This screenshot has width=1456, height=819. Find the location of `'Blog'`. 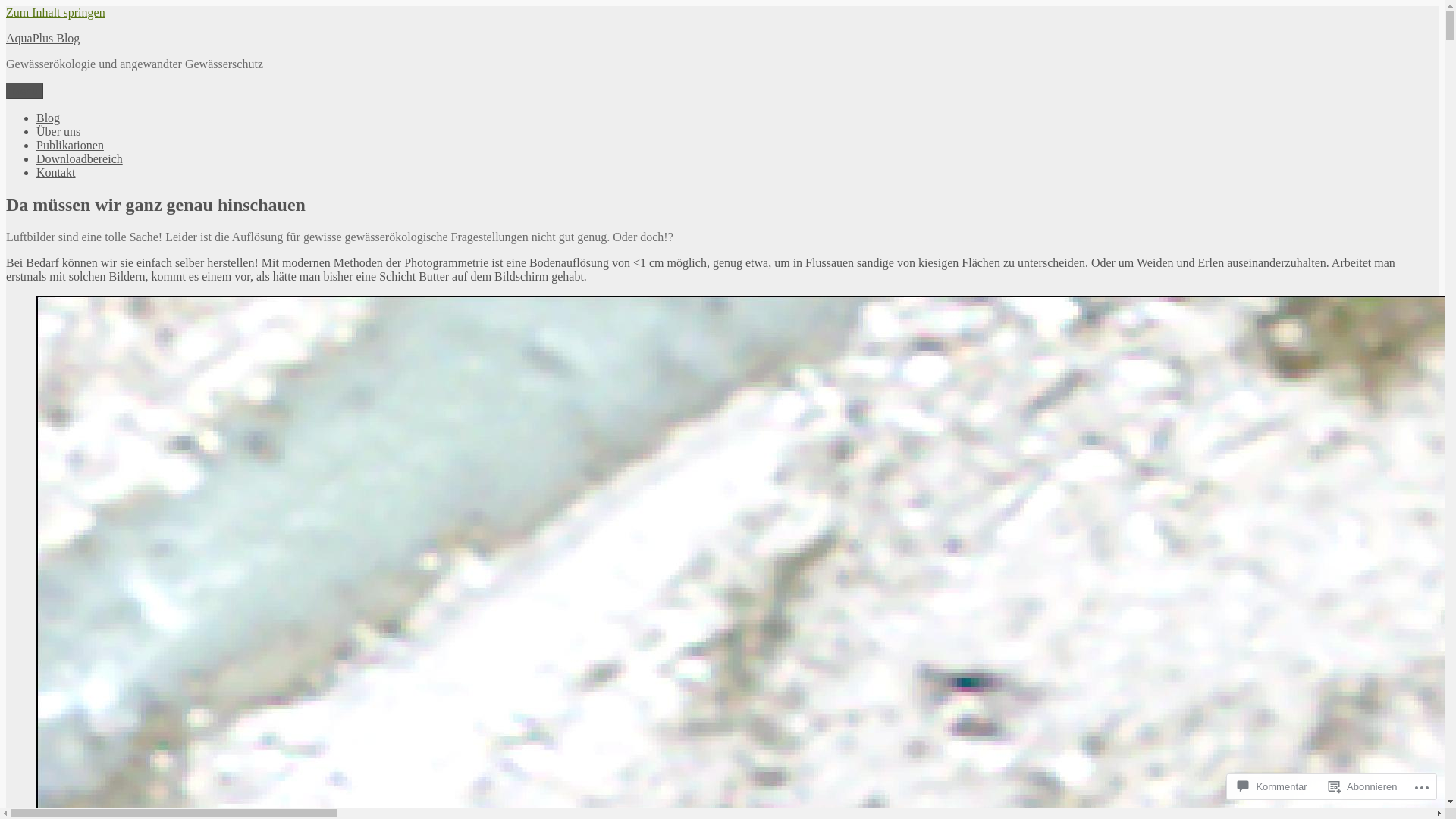

'Blog' is located at coordinates (48, 117).